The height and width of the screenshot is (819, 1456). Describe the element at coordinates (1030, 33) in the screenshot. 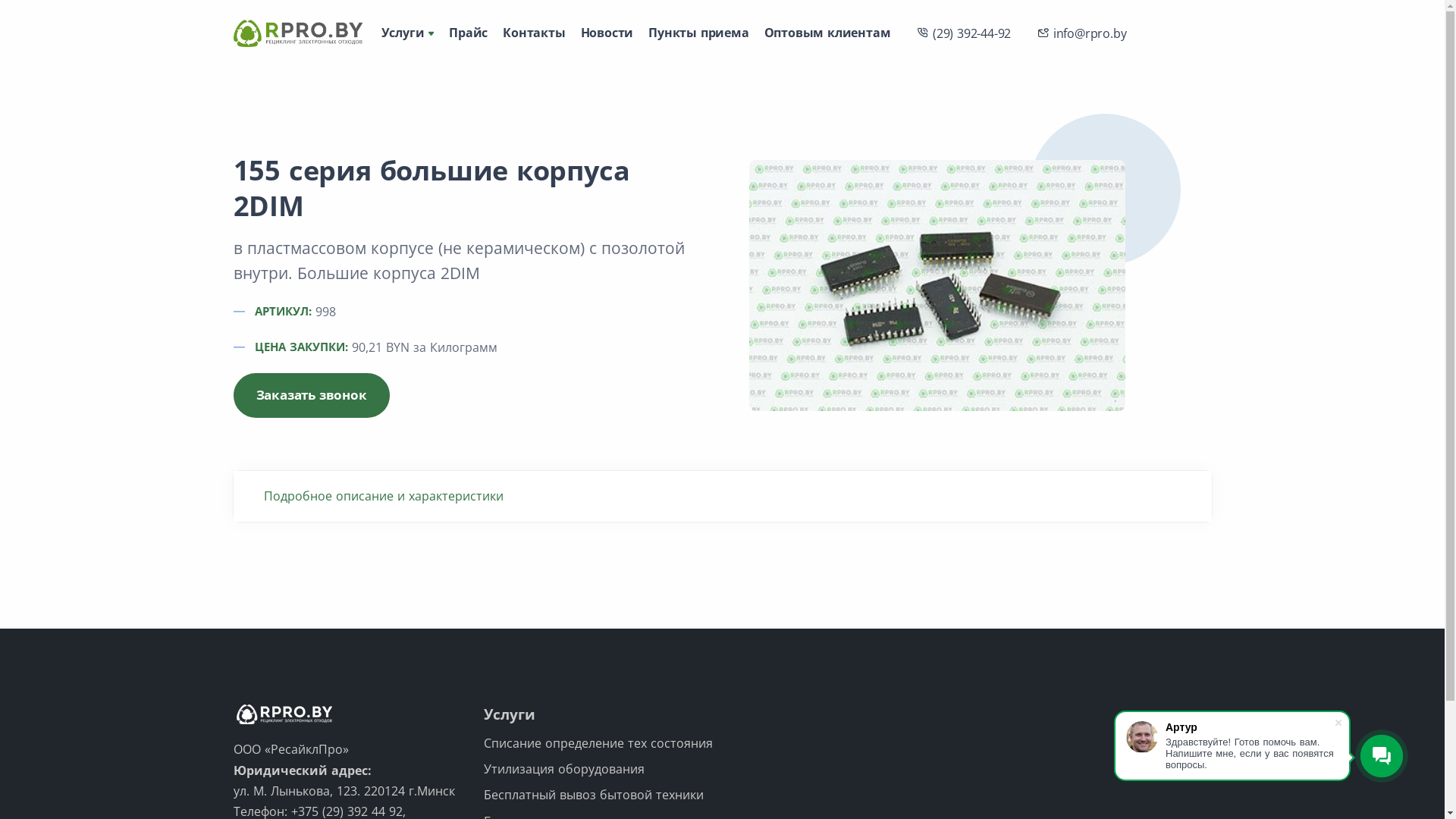

I see `'info@rpro.by'` at that location.